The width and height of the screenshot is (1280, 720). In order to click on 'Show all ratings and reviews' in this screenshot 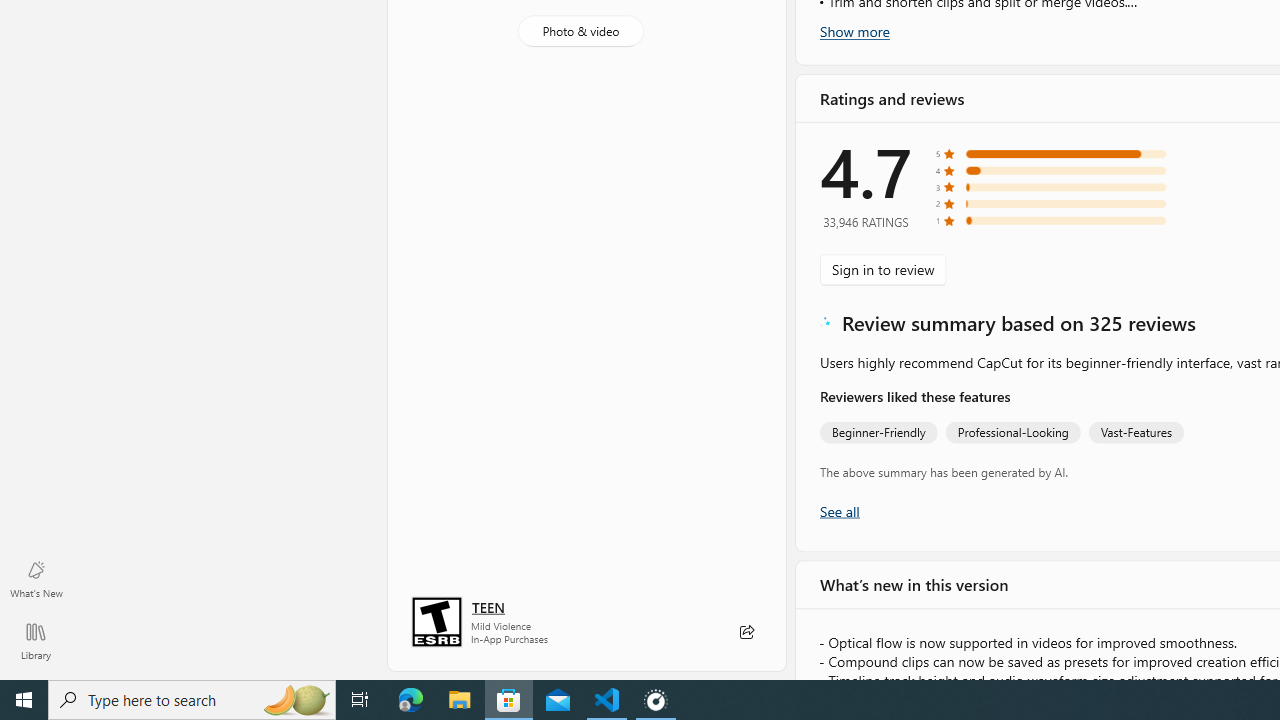, I will do `click(839, 528)`.